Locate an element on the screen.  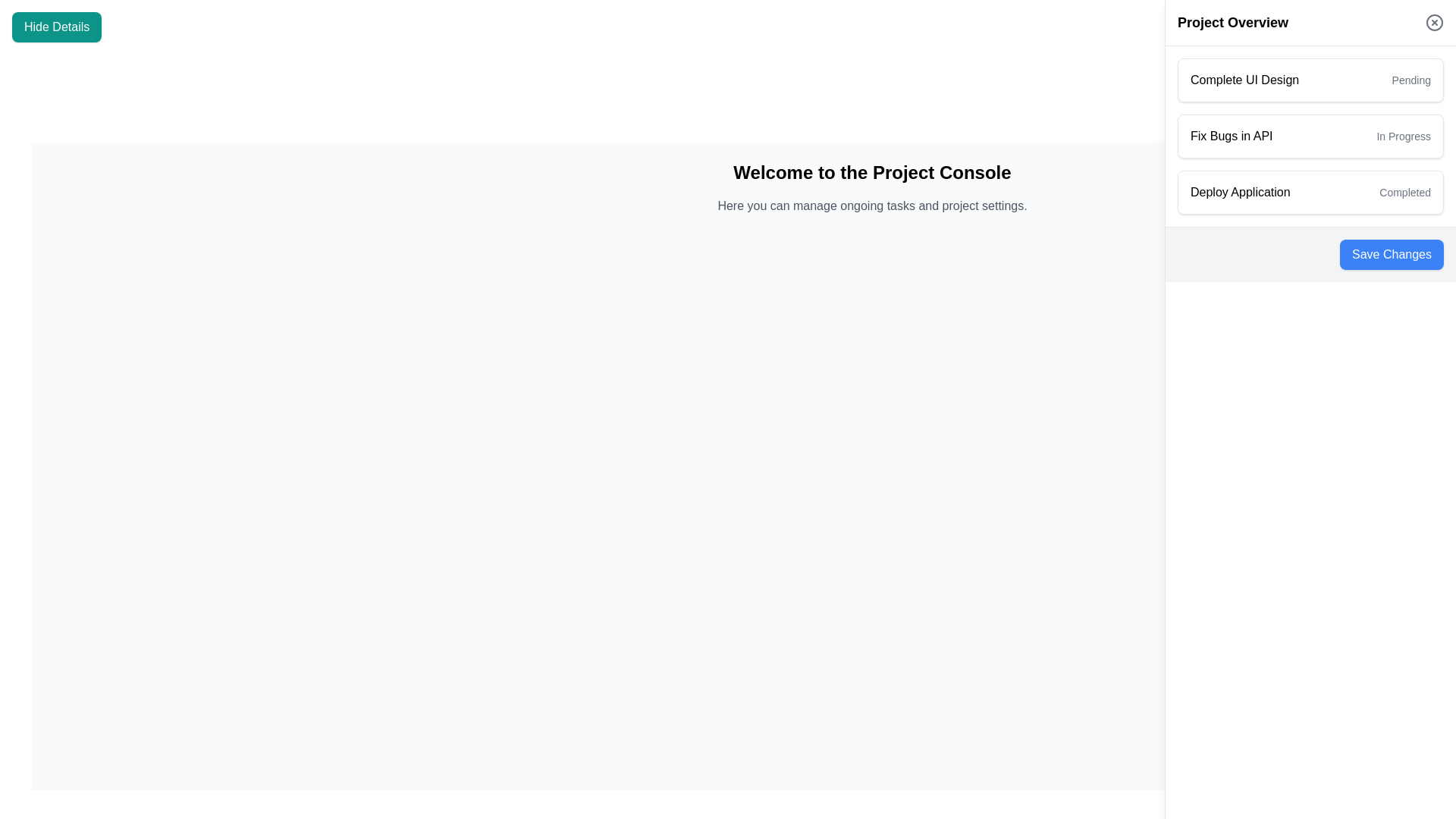
the circular icon button with a cross symbol inside it located in the top-right corner of the 'Project Overview' section to initiate an action is located at coordinates (1433, 23).